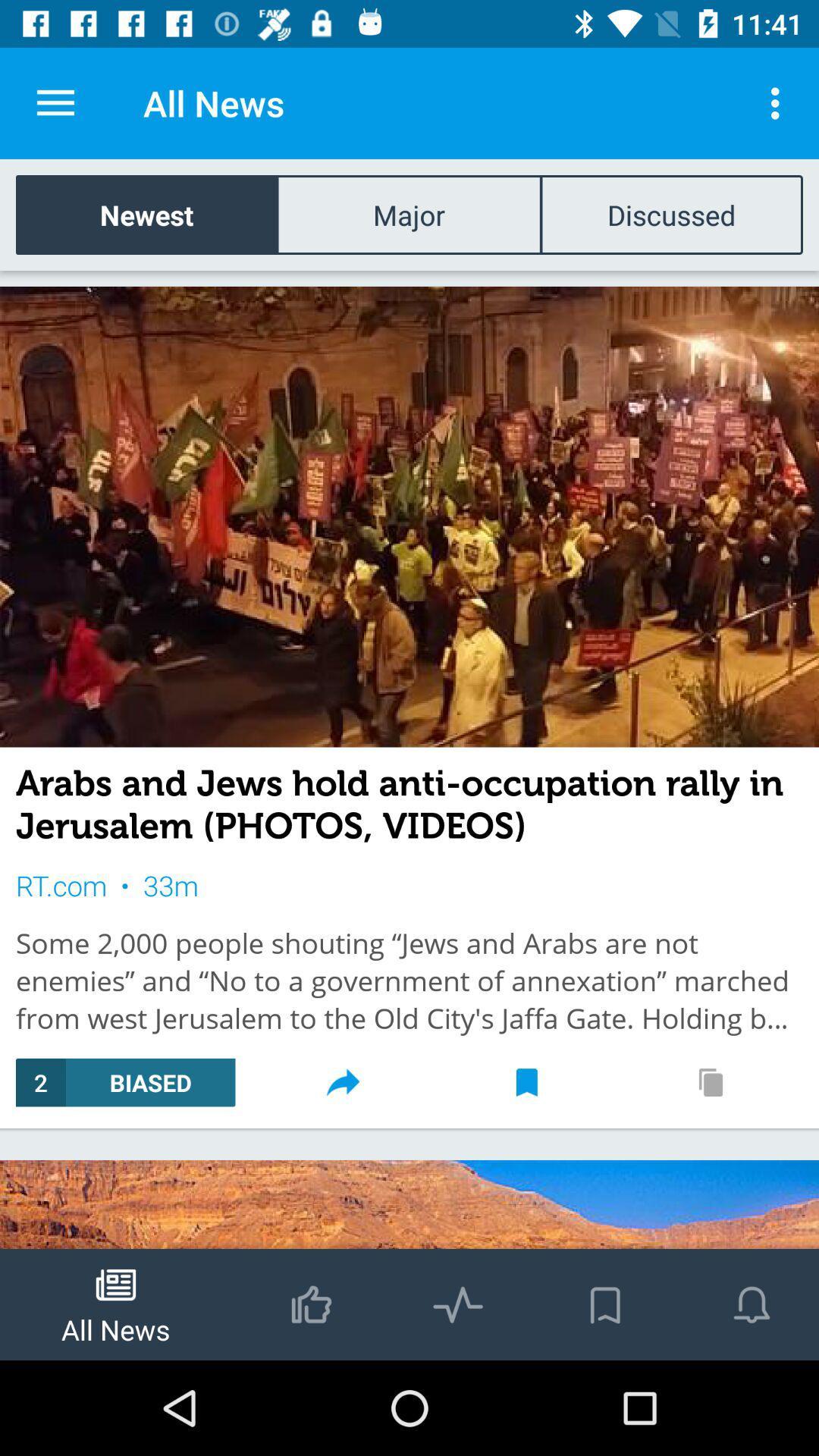  I want to click on the discussed icon, so click(670, 214).